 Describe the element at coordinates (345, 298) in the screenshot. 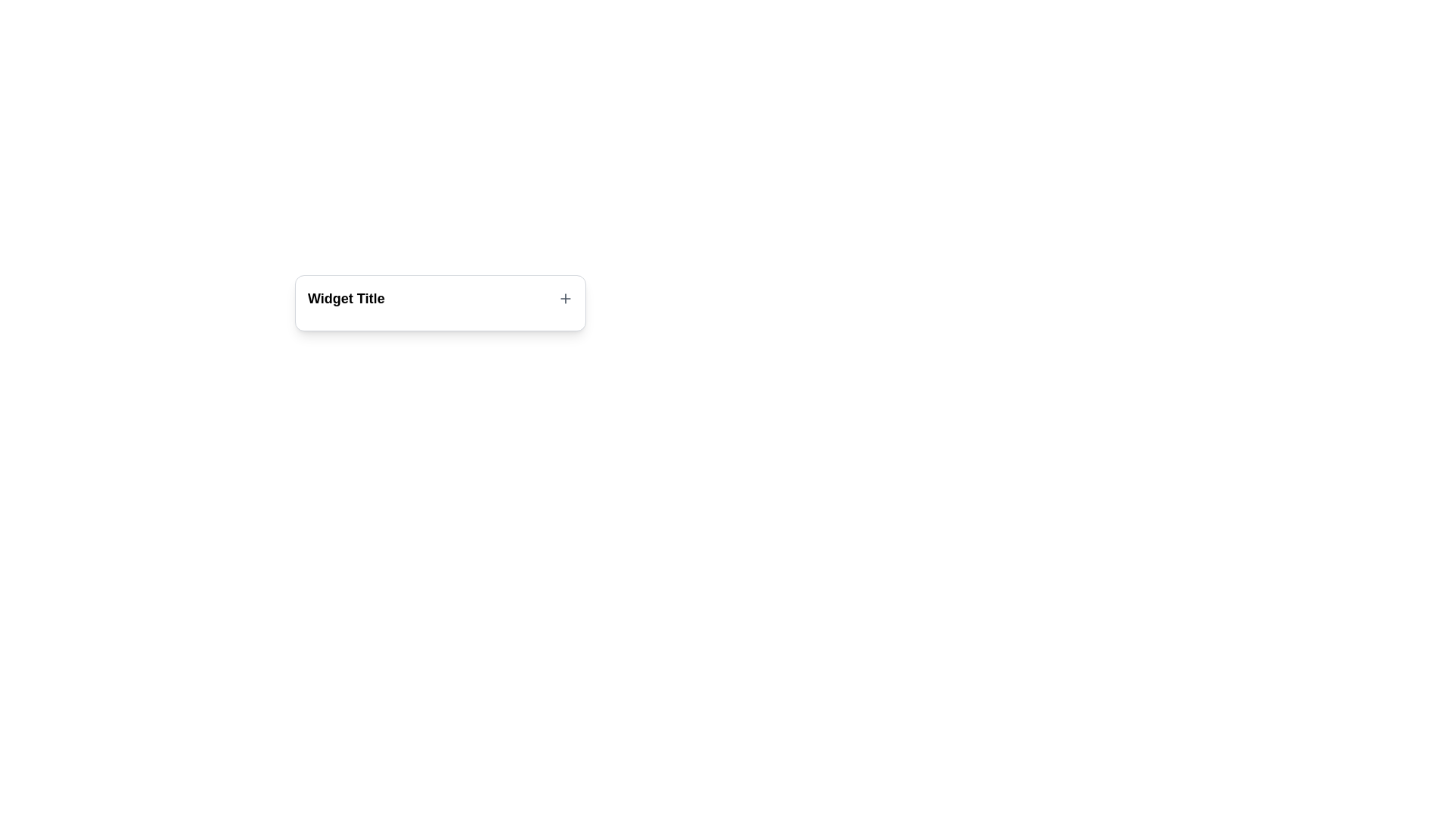

I see `the text label that serves as the title or heading of the widget for accessibility purposes` at that location.